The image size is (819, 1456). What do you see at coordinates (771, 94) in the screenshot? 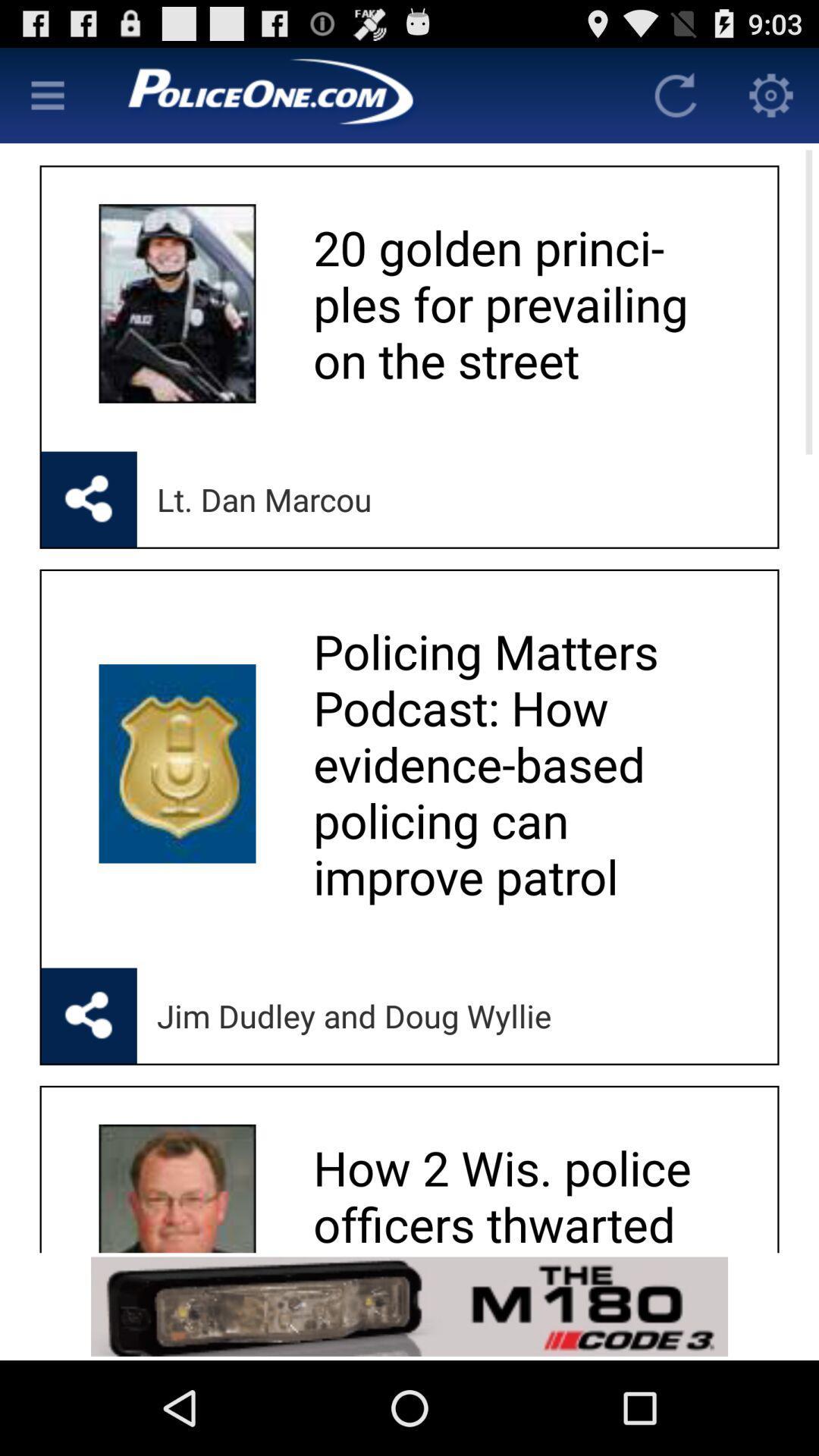
I see `app settings` at bounding box center [771, 94].